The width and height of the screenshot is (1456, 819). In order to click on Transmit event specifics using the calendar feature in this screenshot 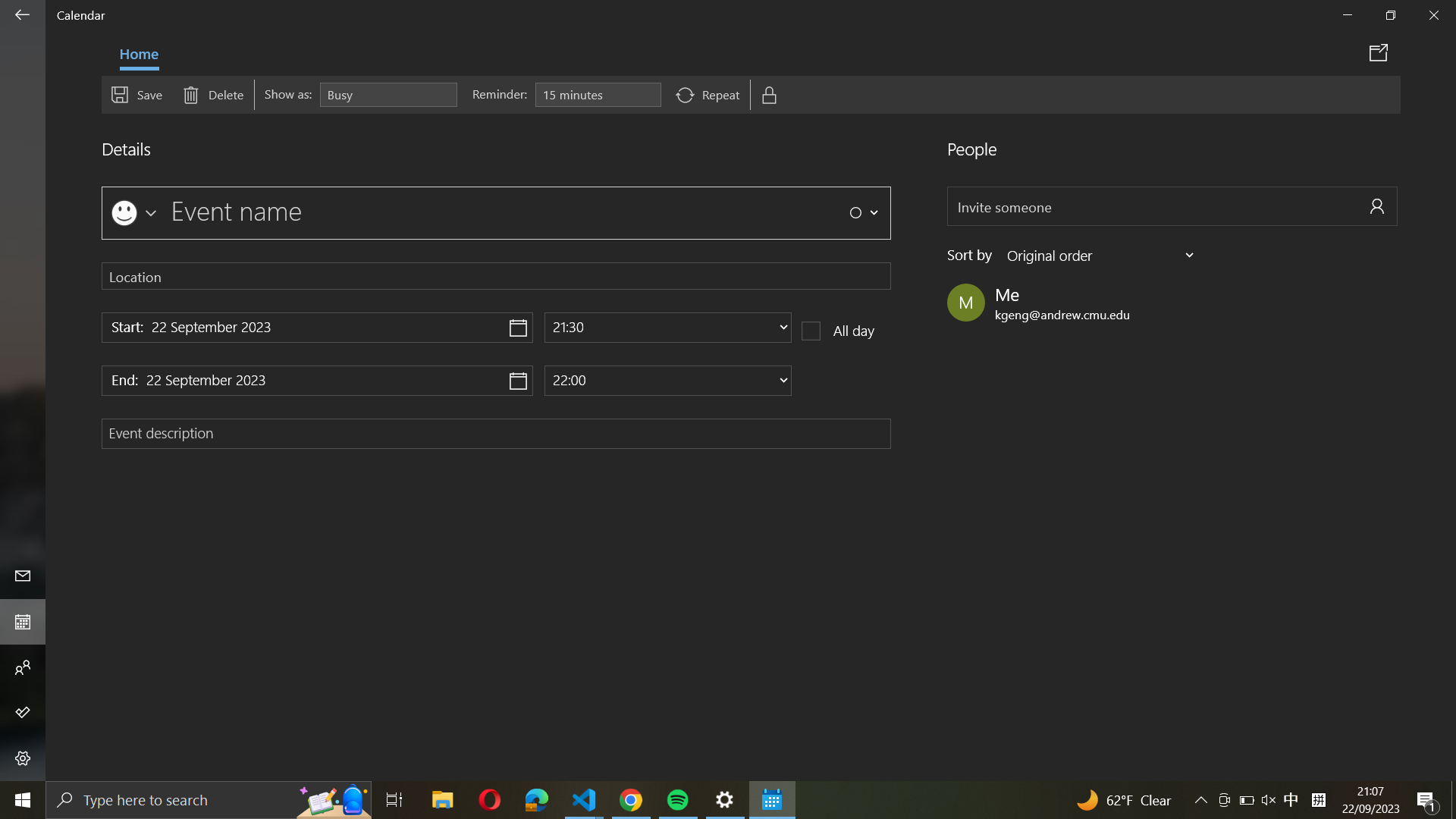, I will do `click(1381, 52)`.